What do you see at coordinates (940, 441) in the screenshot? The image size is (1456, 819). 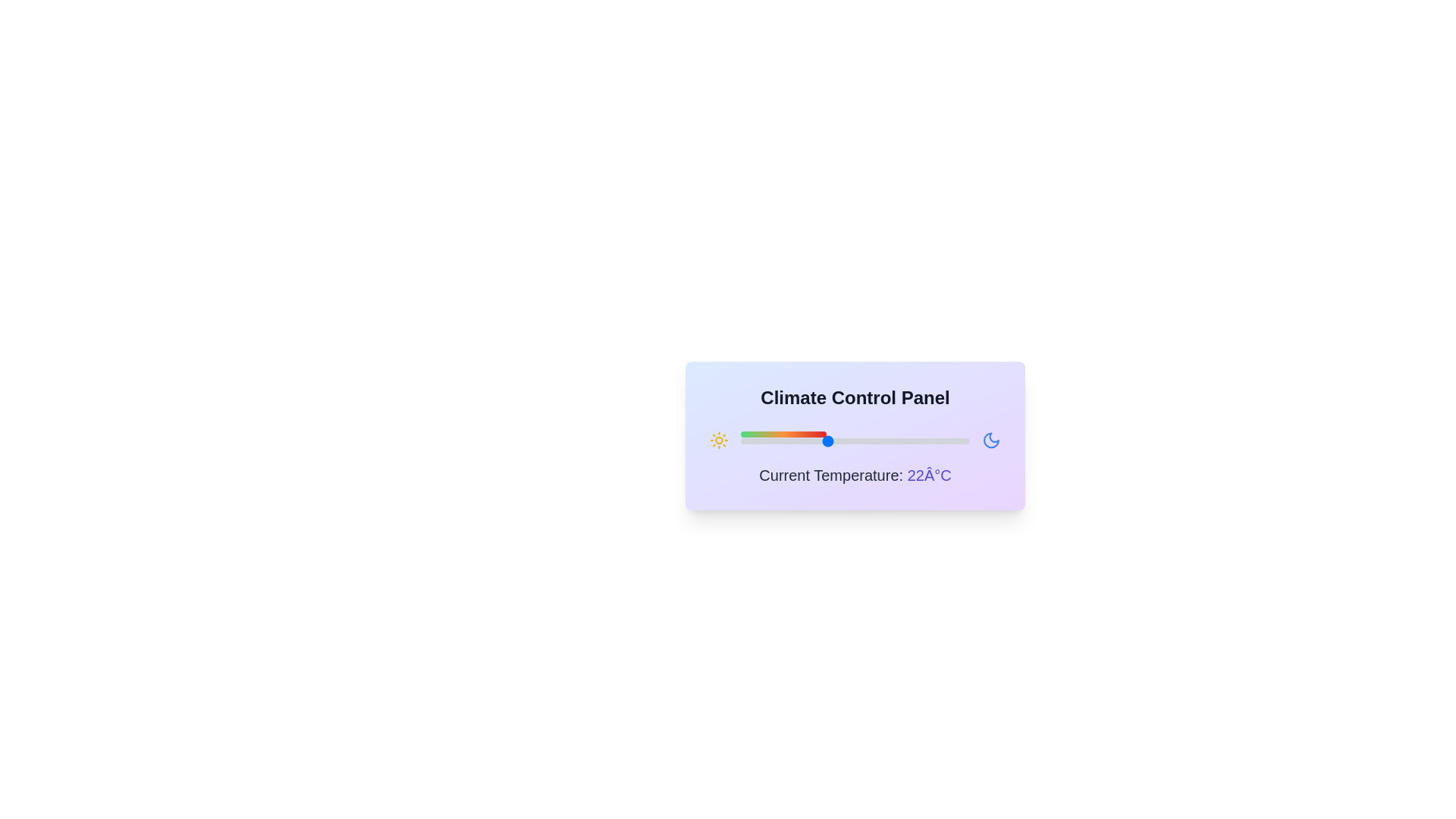 I see `the temperature` at bounding box center [940, 441].